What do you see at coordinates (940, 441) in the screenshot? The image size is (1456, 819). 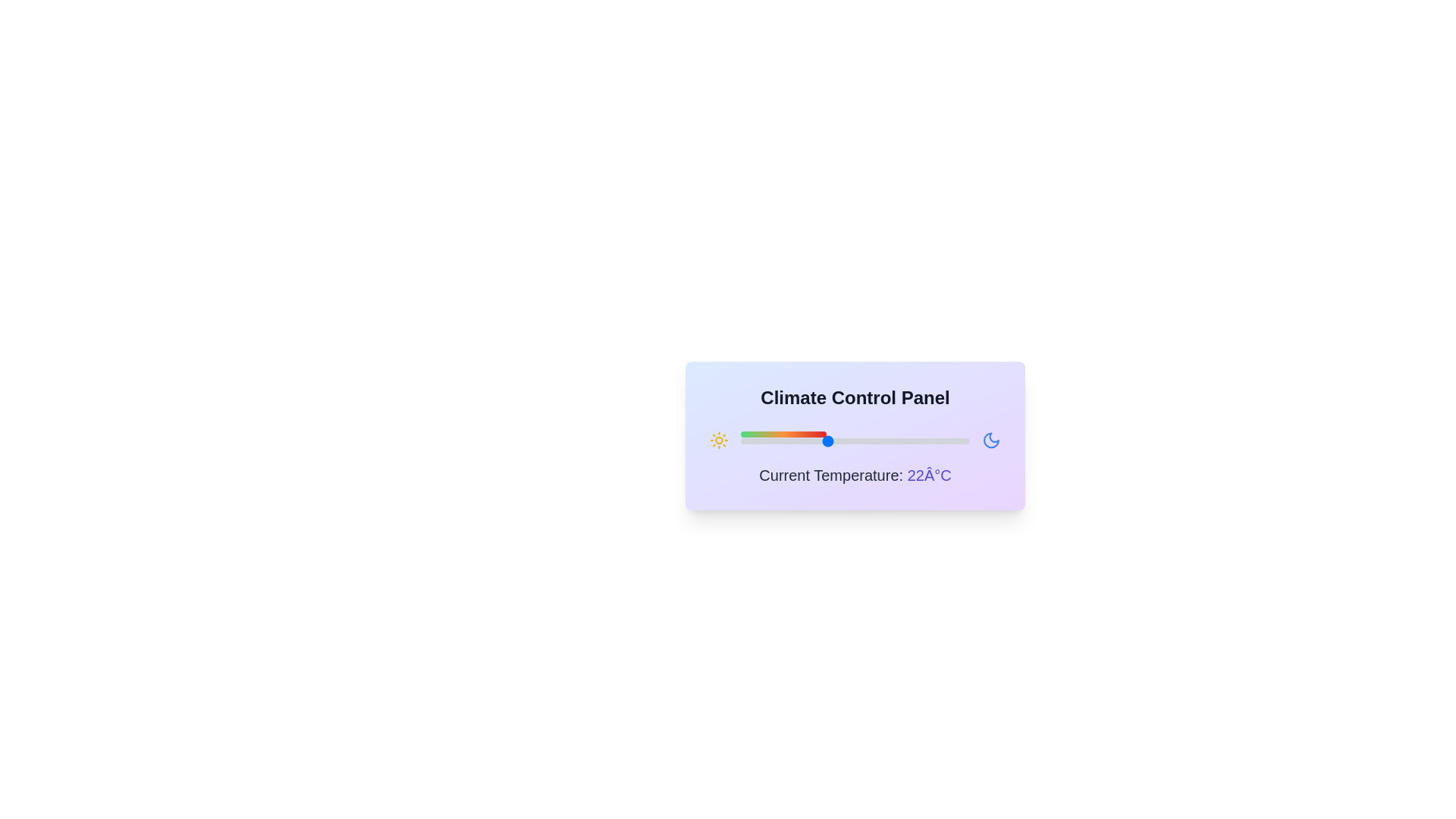 I see `the temperature` at bounding box center [940, 441].